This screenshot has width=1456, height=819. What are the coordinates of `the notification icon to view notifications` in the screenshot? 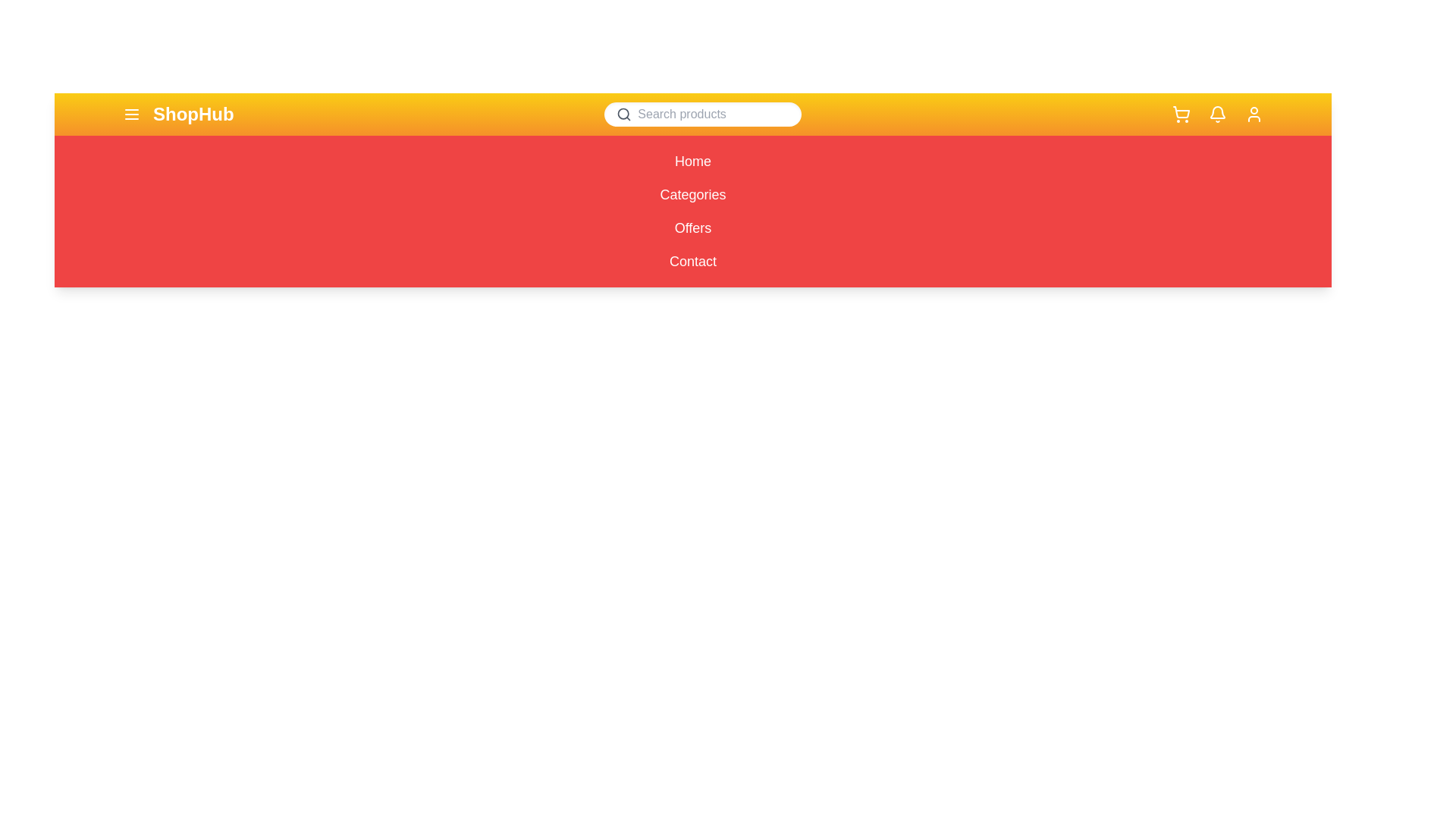 It's located at (1217, 113).